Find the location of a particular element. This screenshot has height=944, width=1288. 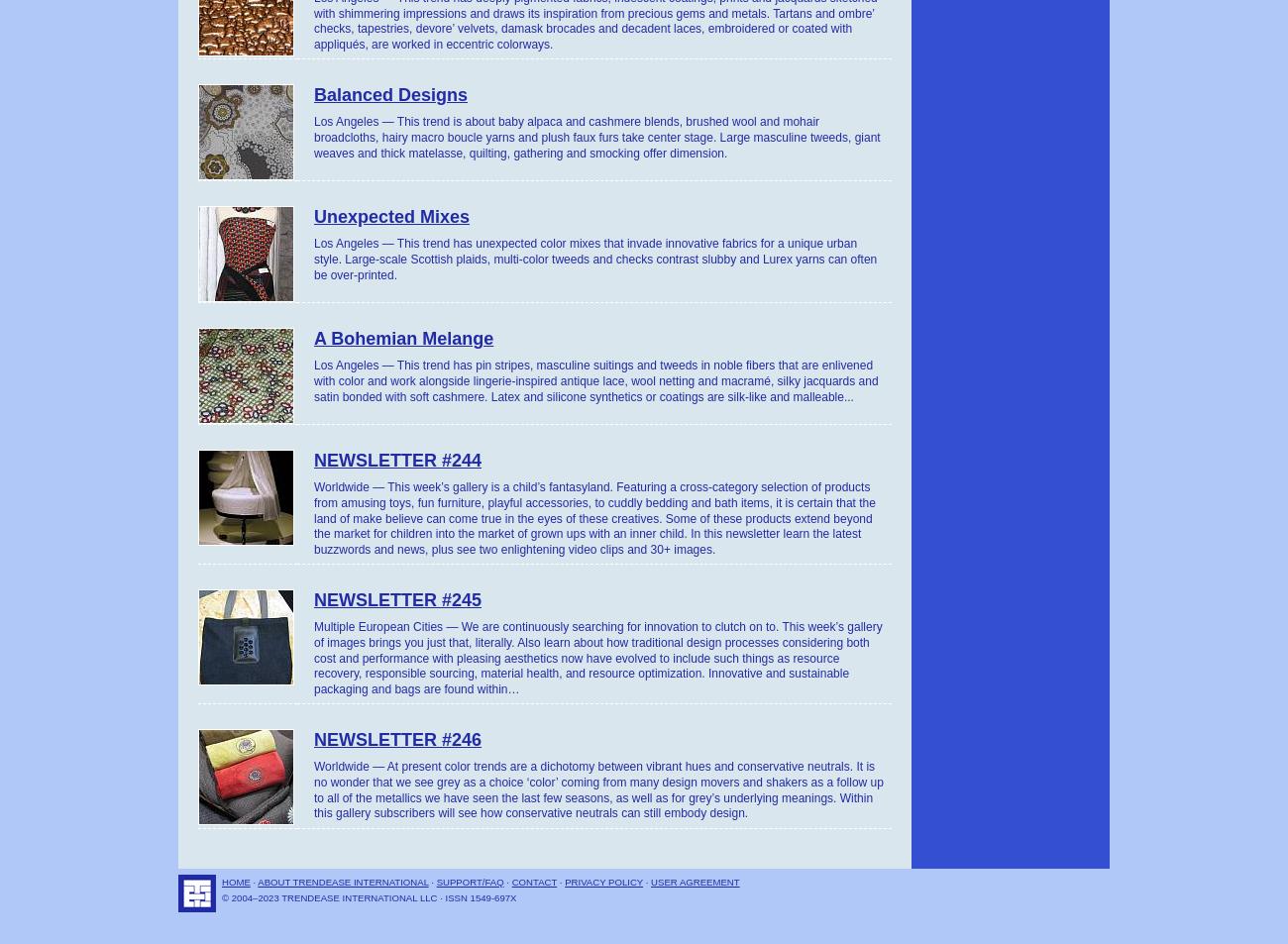

'User agreement' is located at coordinates (650, 881).